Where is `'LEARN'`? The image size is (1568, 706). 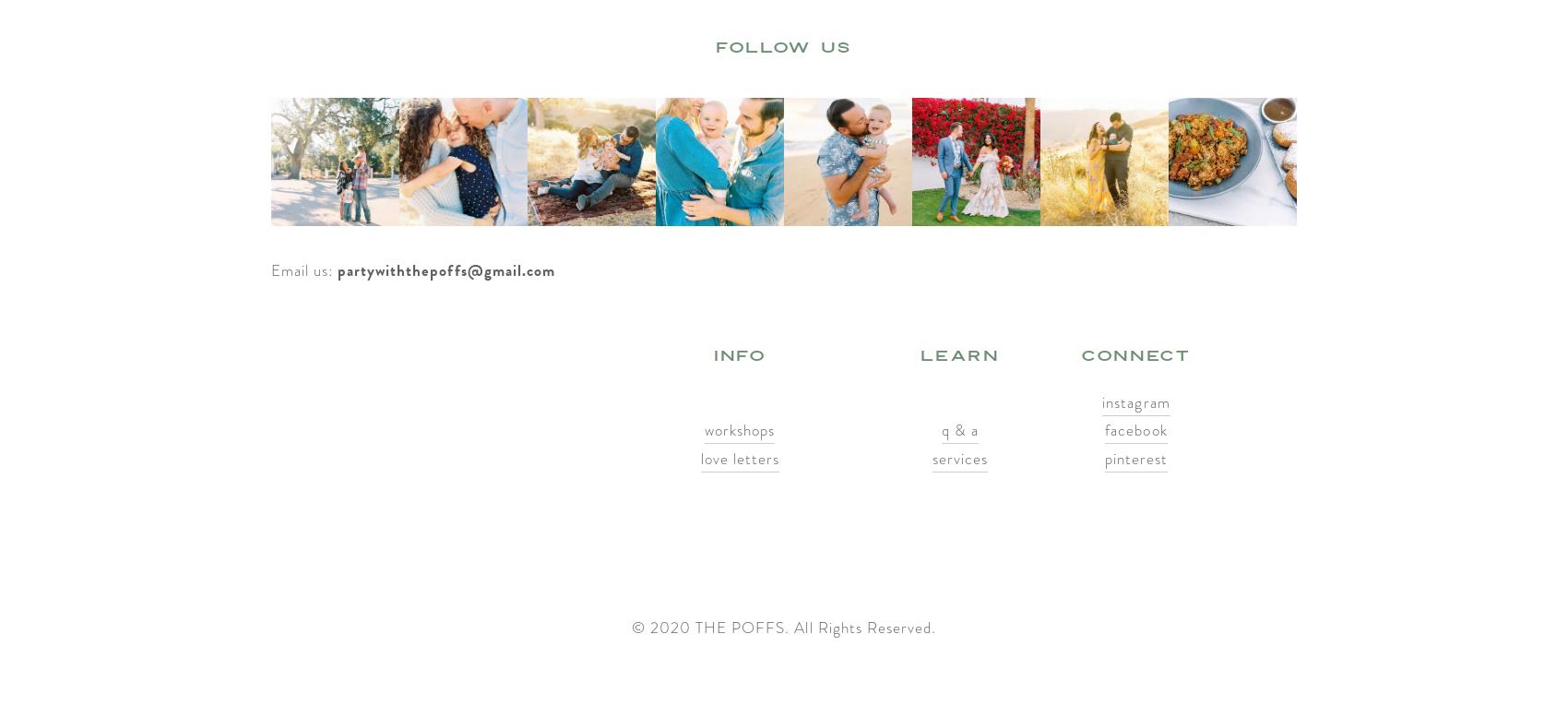 'LEARN' is located at coordinates (958, 355).